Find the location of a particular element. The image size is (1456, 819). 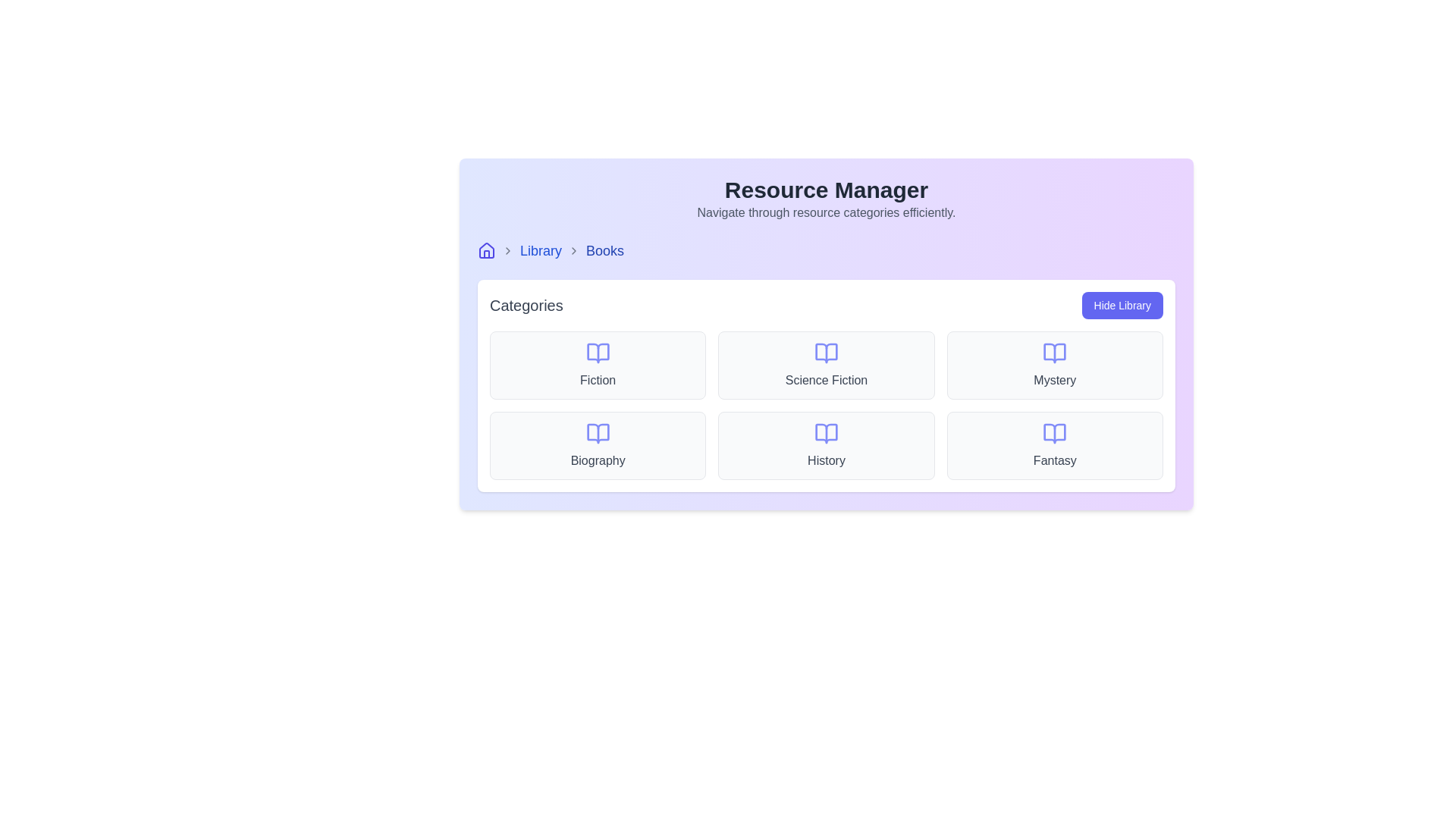

the second chevron icon in the breadcrumb navigation, which visually connects the 'Library' and 'Books' sections is located at coordinates (573, 250).